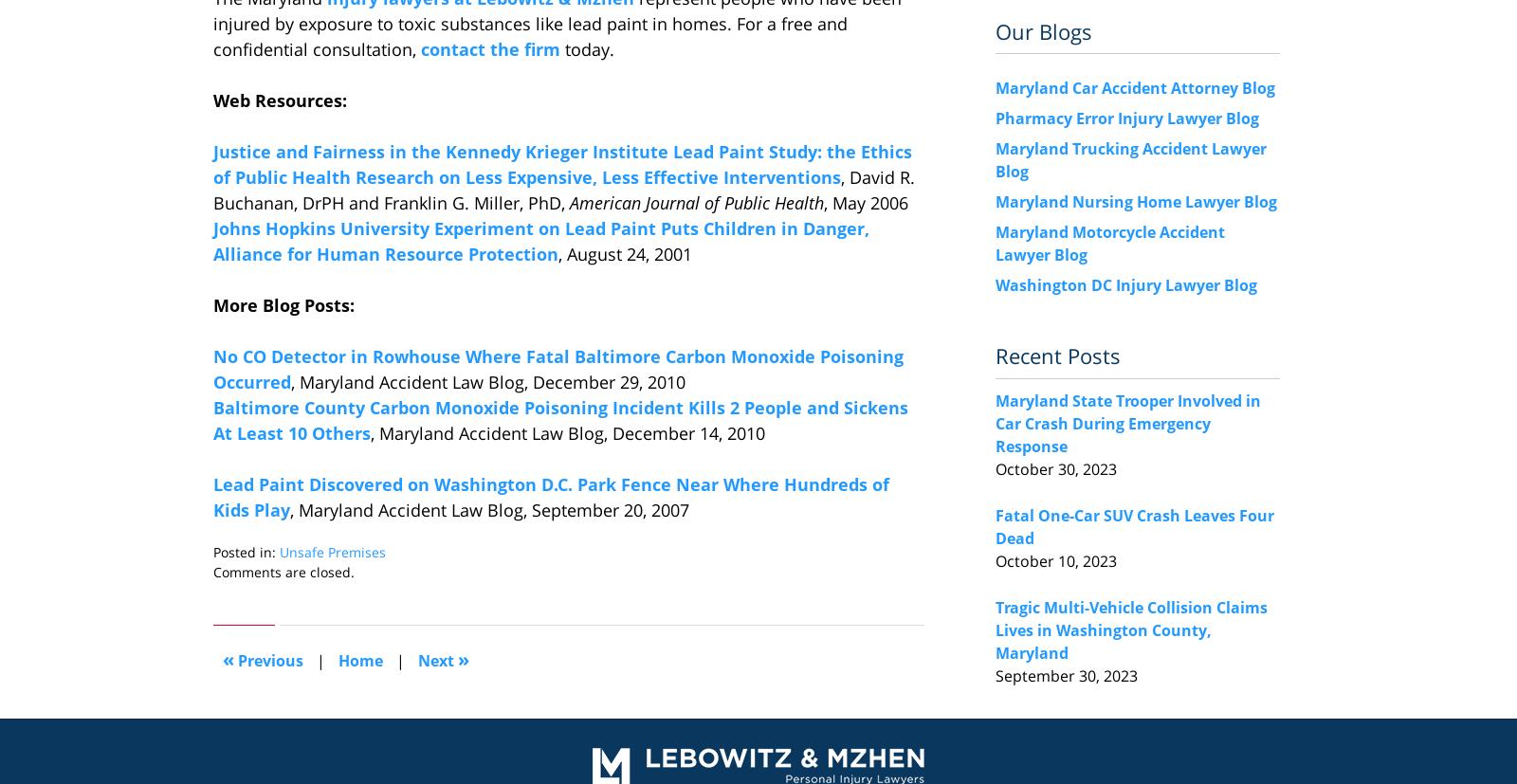 The height and width of the screenshot is (784, 1517). I want to click on 'Fatal One-Car SUV Crash Leaves Four Dead', so click(995, 524).